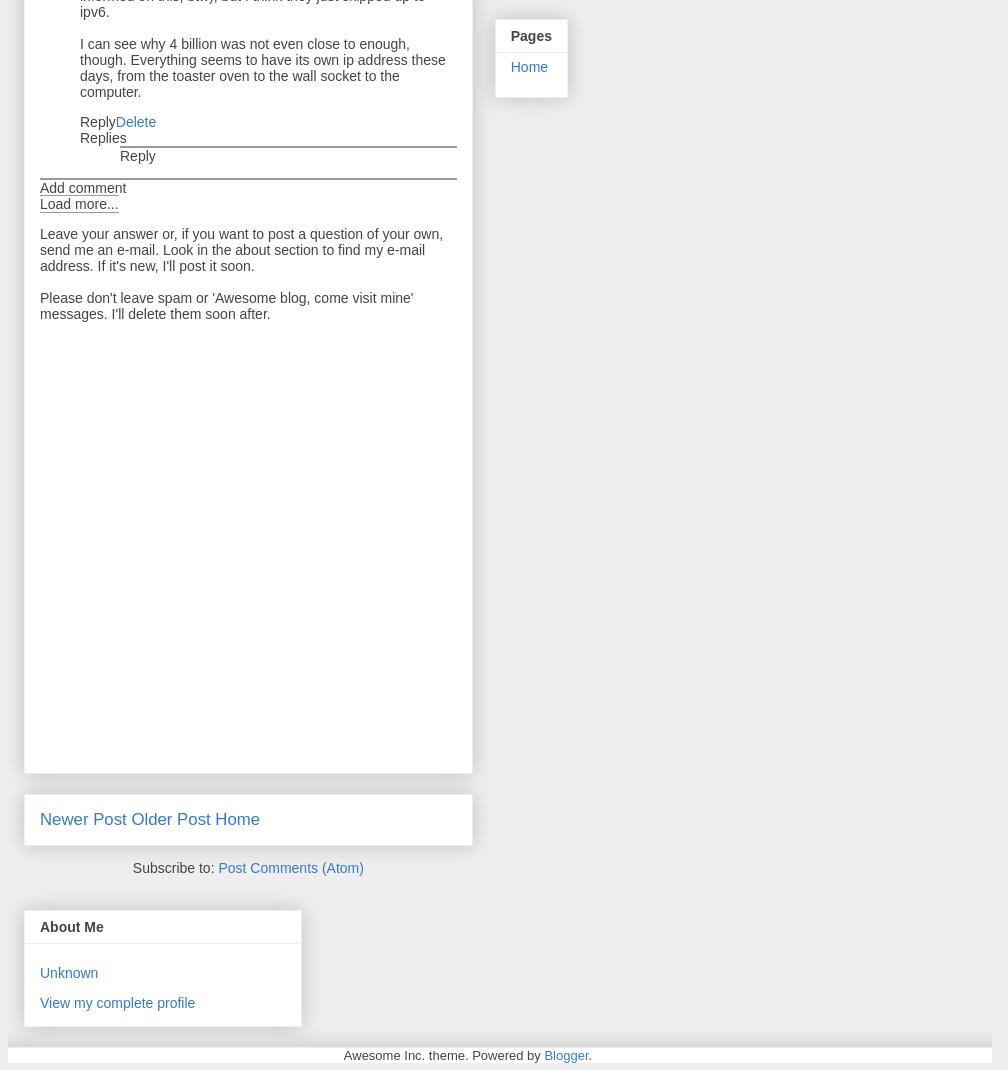 Image resolution: width=1008 pixels, height=1070 pixels. What do you see at coordinates (135, 121) in the screenshot?
I see `'Delete'` at bounding box center [135, 121].